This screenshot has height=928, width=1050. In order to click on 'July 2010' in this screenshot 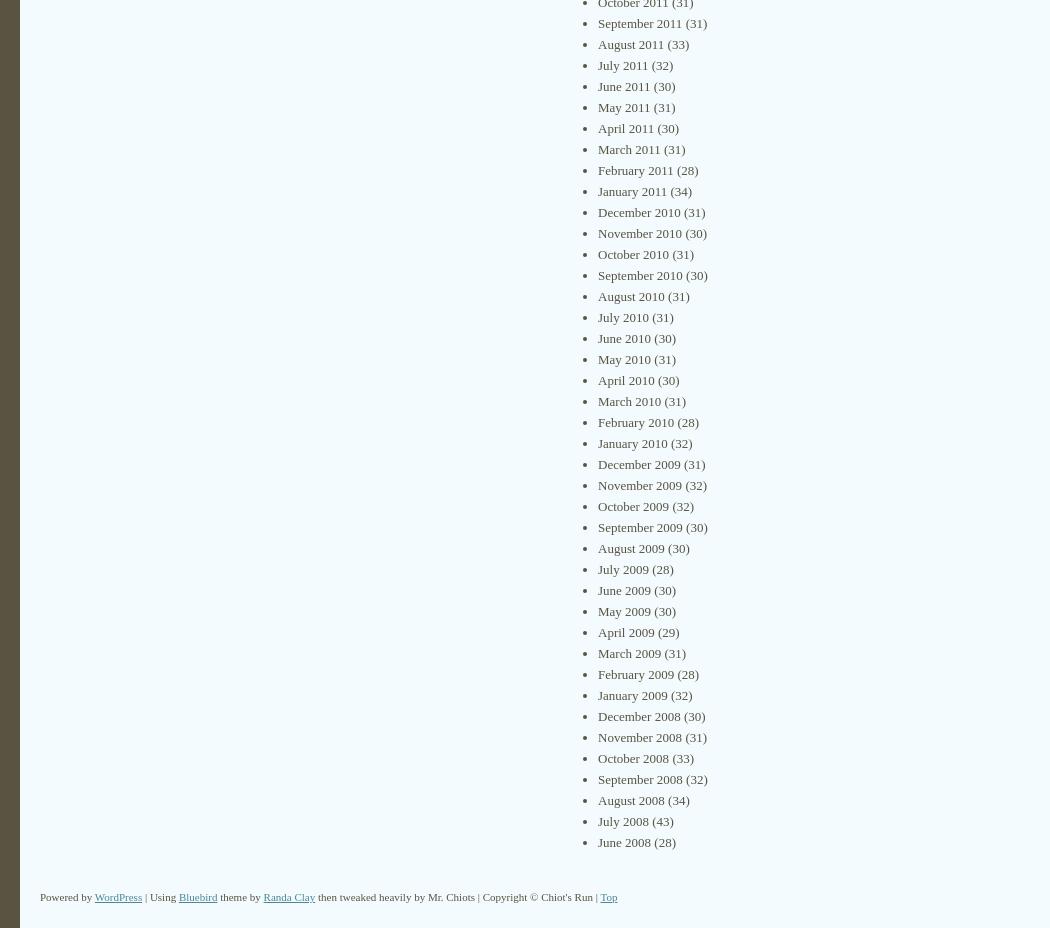, I will do `click(622, 316)`.